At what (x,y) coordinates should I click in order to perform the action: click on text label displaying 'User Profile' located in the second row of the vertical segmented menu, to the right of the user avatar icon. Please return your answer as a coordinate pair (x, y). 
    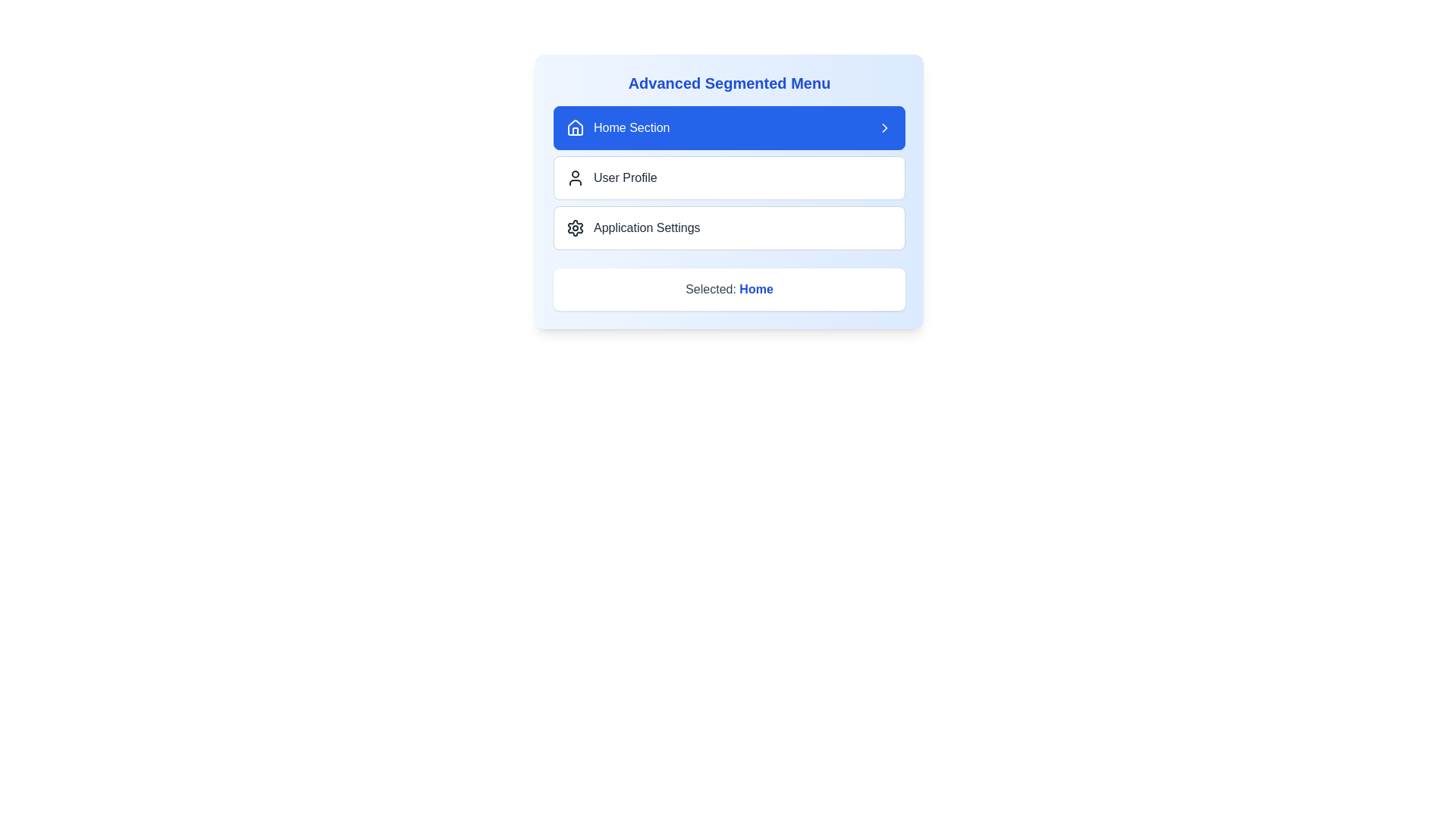
    Looking at the image, I should click on (625, 177).